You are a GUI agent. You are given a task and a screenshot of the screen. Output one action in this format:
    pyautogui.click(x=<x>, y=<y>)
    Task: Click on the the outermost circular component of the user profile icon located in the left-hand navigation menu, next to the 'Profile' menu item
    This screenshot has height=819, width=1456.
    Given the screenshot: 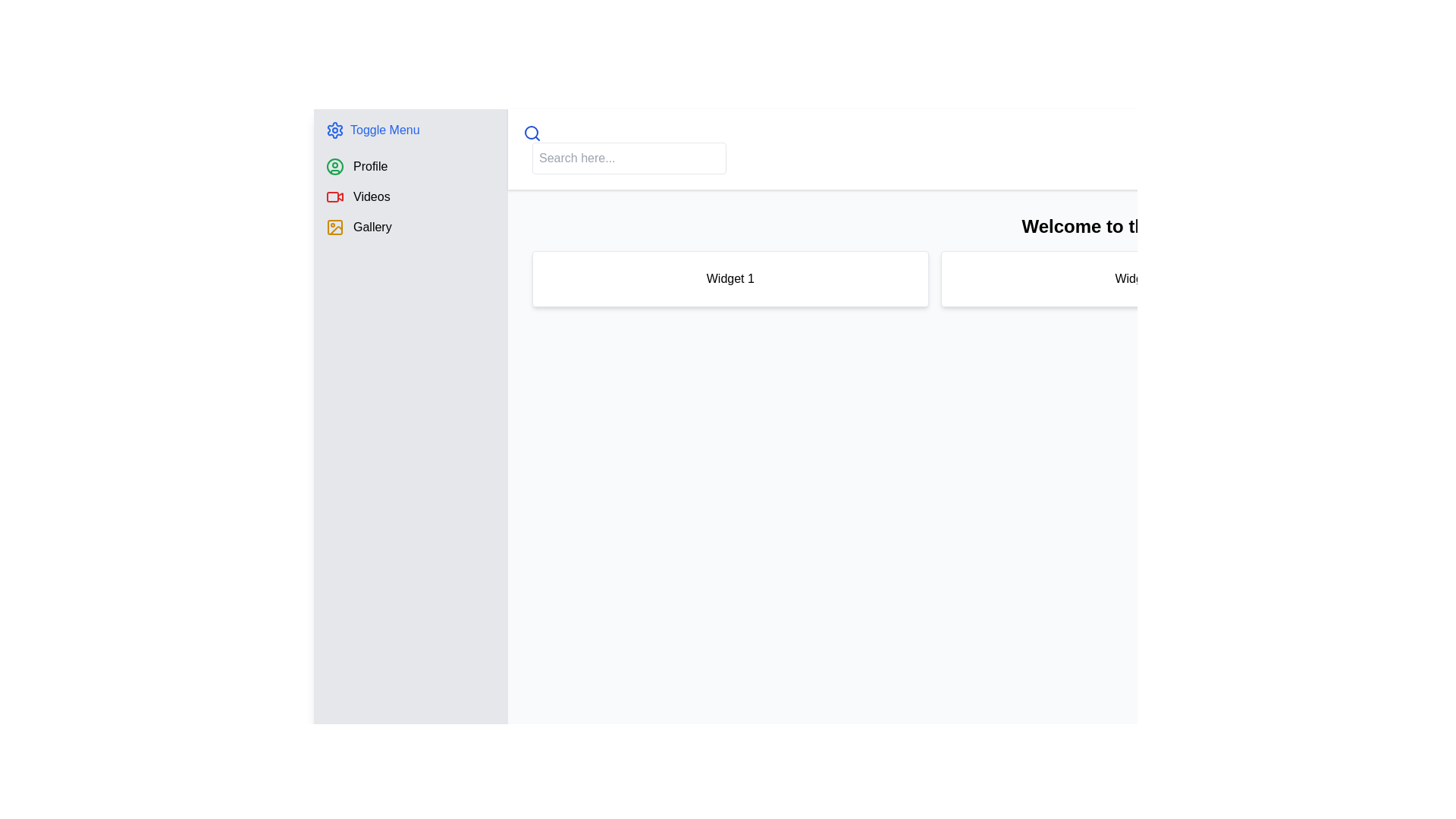 What is the action you would take?
    pyautogui.click(x=334, y=166)
    